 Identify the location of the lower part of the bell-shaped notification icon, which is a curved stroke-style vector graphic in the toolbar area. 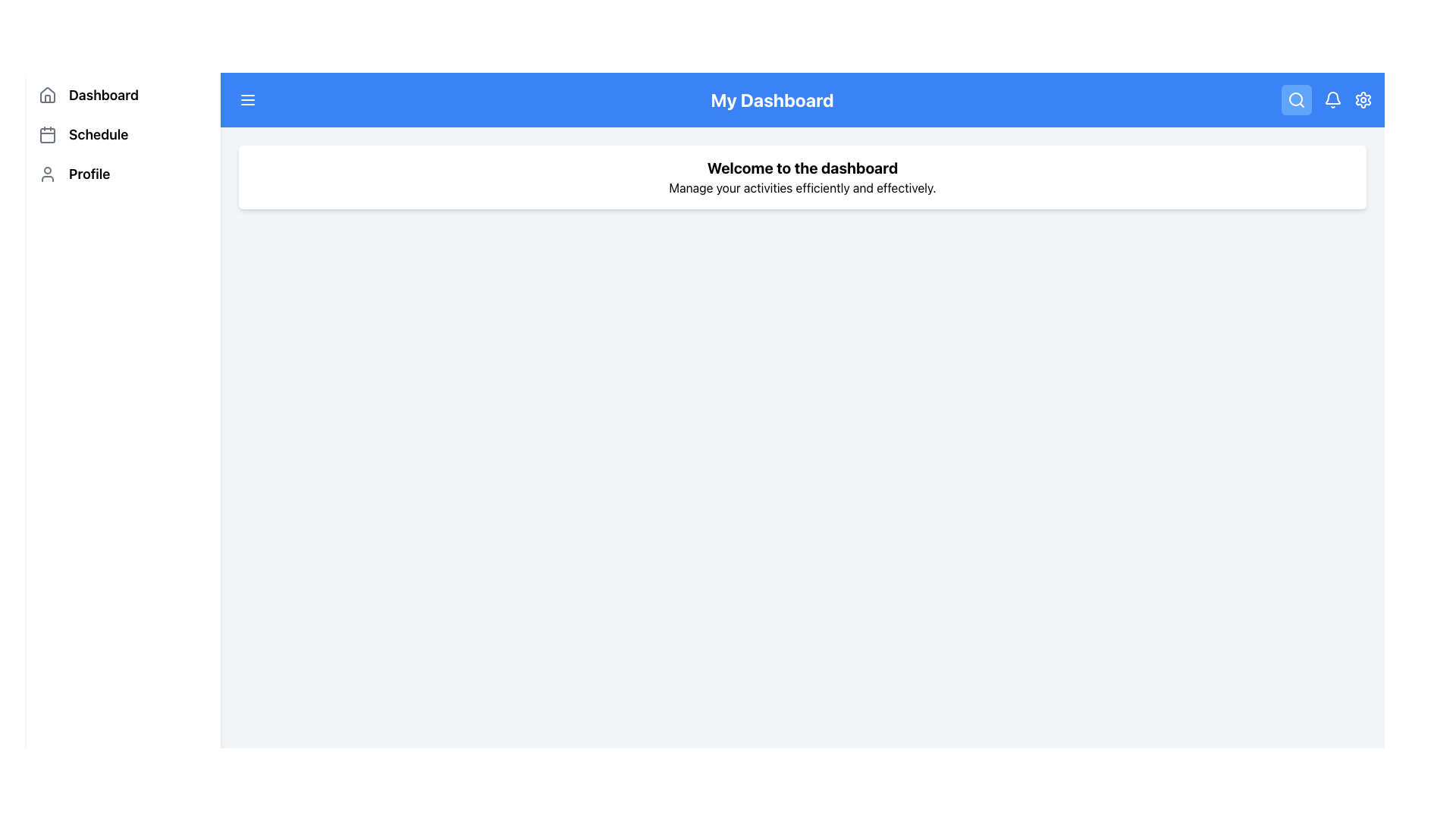
(1332, 98).